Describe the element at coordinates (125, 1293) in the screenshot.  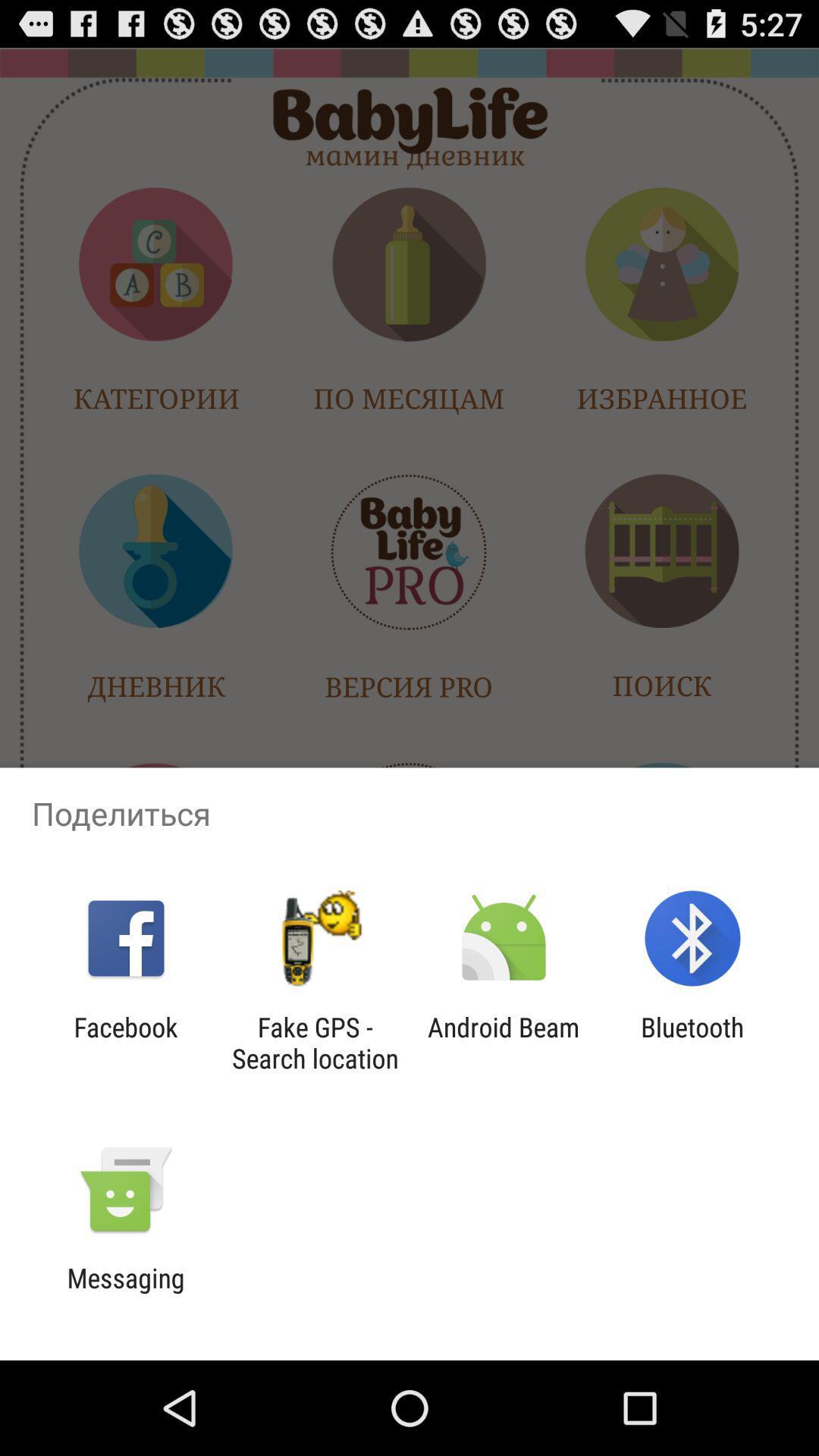
I see `messaging item` at that location.